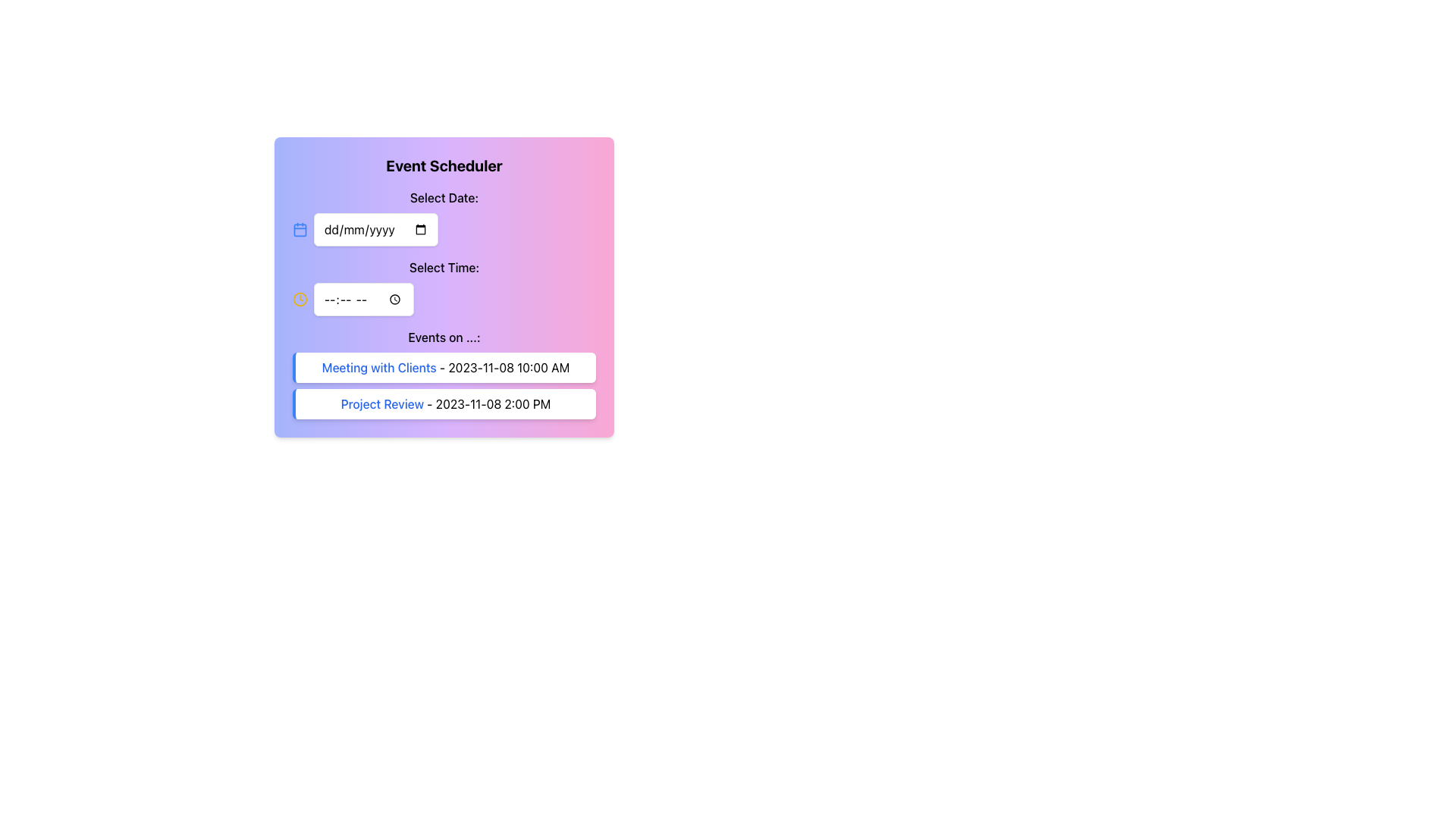  I want to click on the Text label displaying the event's details located directly above the 'Project Review' section in the scheduler interface, so click(443, 368).